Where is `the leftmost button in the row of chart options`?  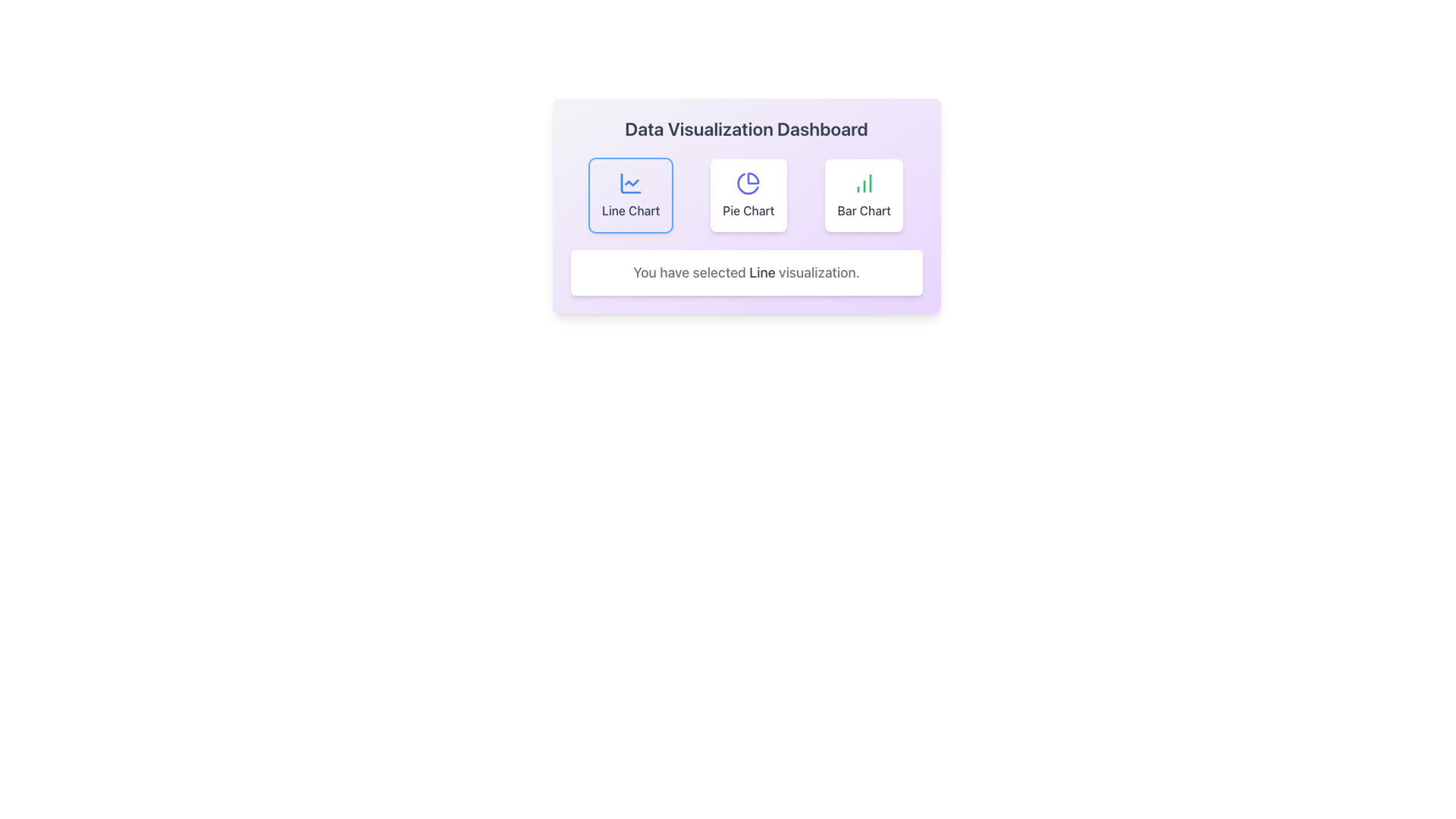 the leftmost button in the row of chart options is located at coordinates (630, 195).